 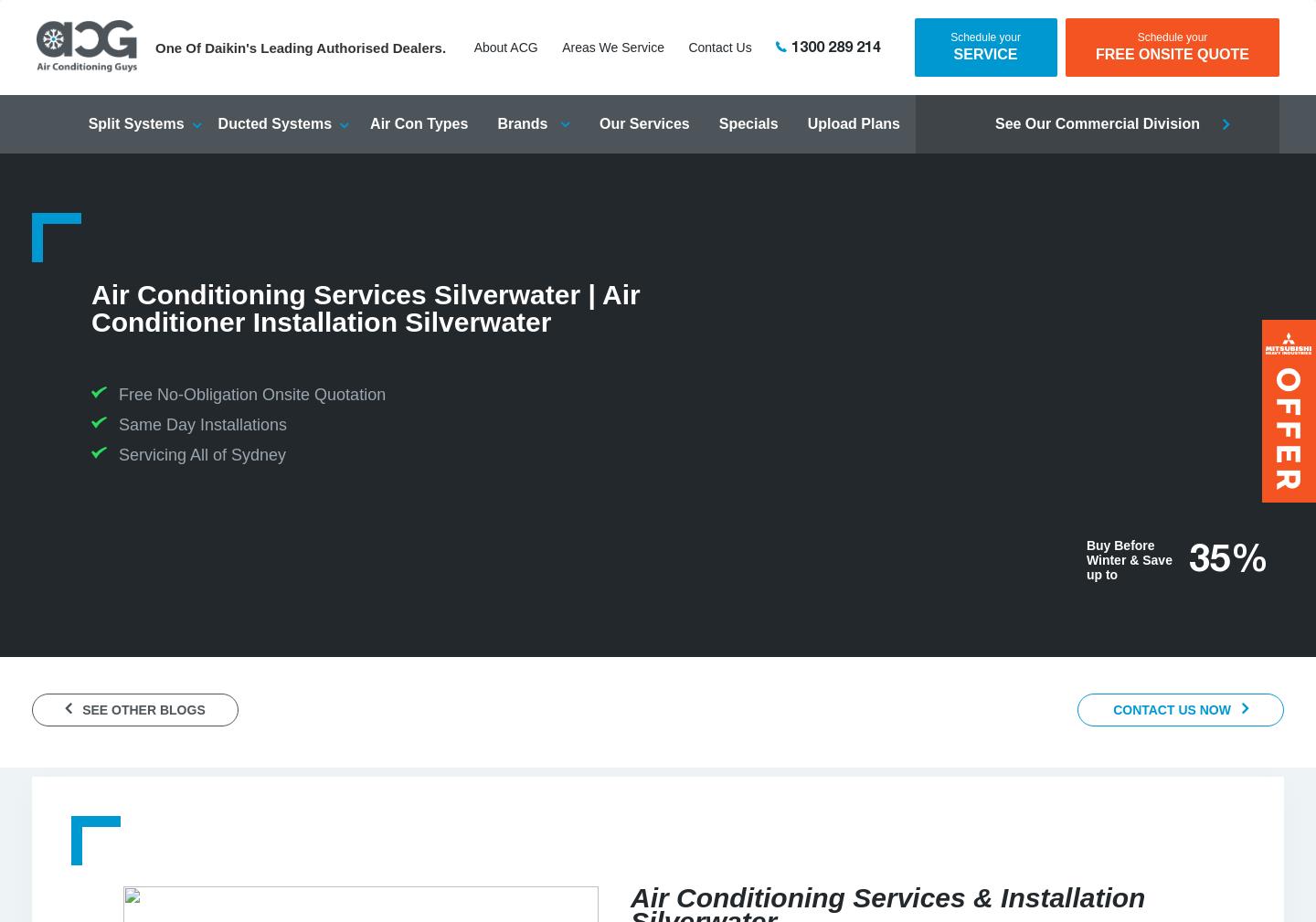 I want to click on 'Our Services', so click(x=643, y=122).